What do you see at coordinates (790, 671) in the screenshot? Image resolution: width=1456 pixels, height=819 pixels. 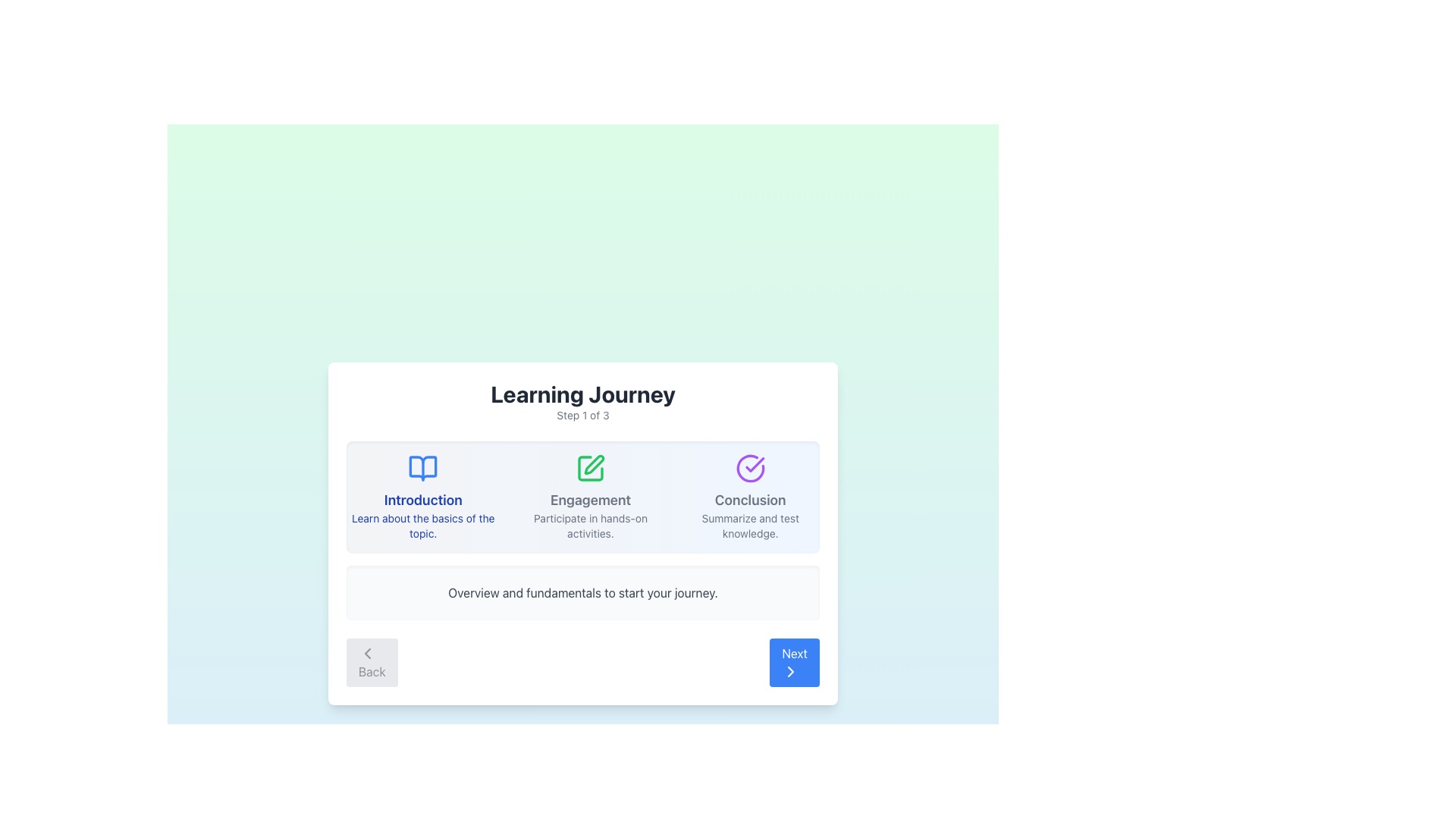 I see `the navigation icon located inside the 'Next' button at the bottom-right of the panel, positioned next to the text 'Next.'` at bounding box center [790, 671].